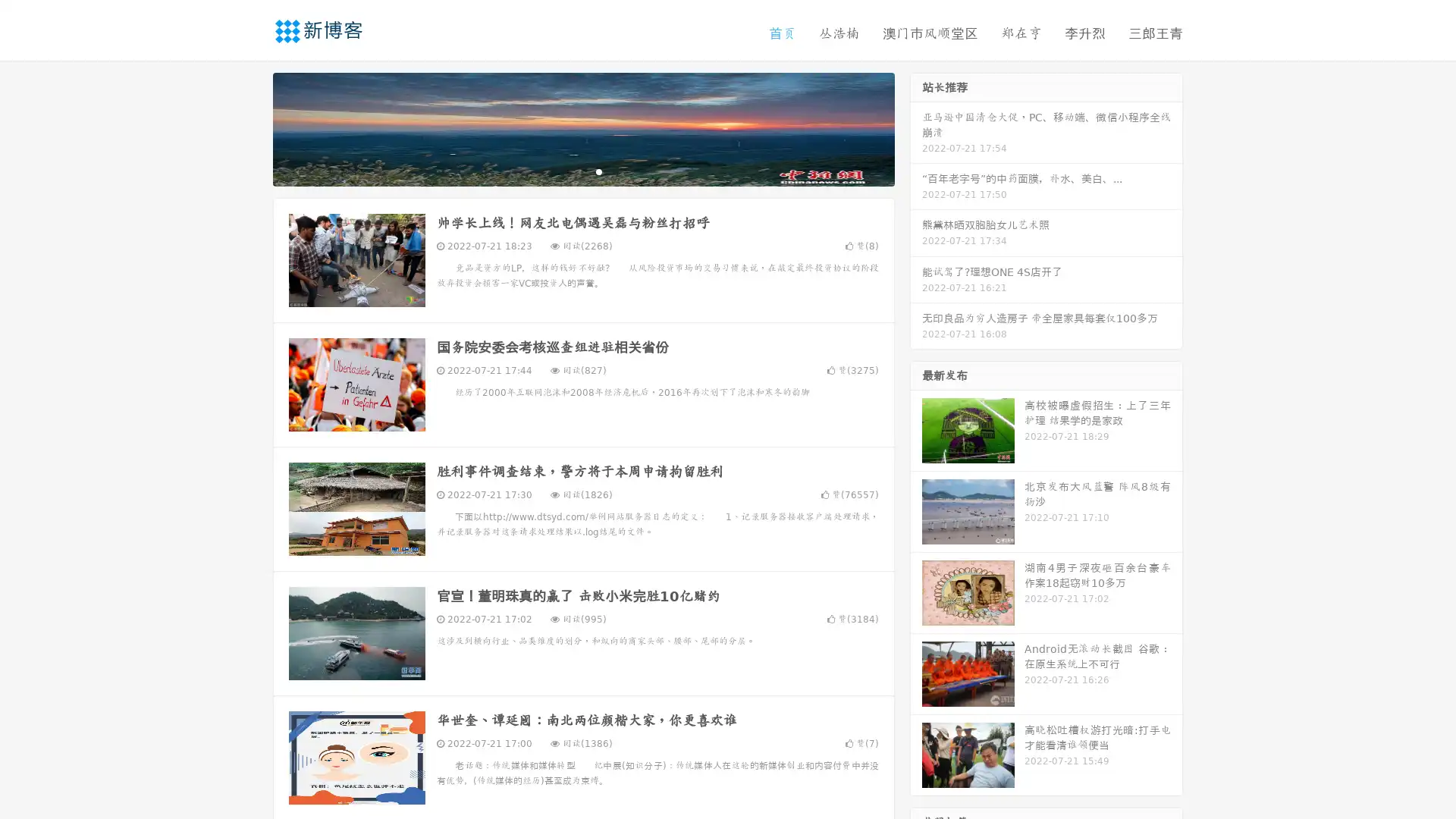 This screenshot has height=819, width=1456. Describe the element at coordinates (582, 171) in the screenshot. I see `Go to slide 2` at that location.